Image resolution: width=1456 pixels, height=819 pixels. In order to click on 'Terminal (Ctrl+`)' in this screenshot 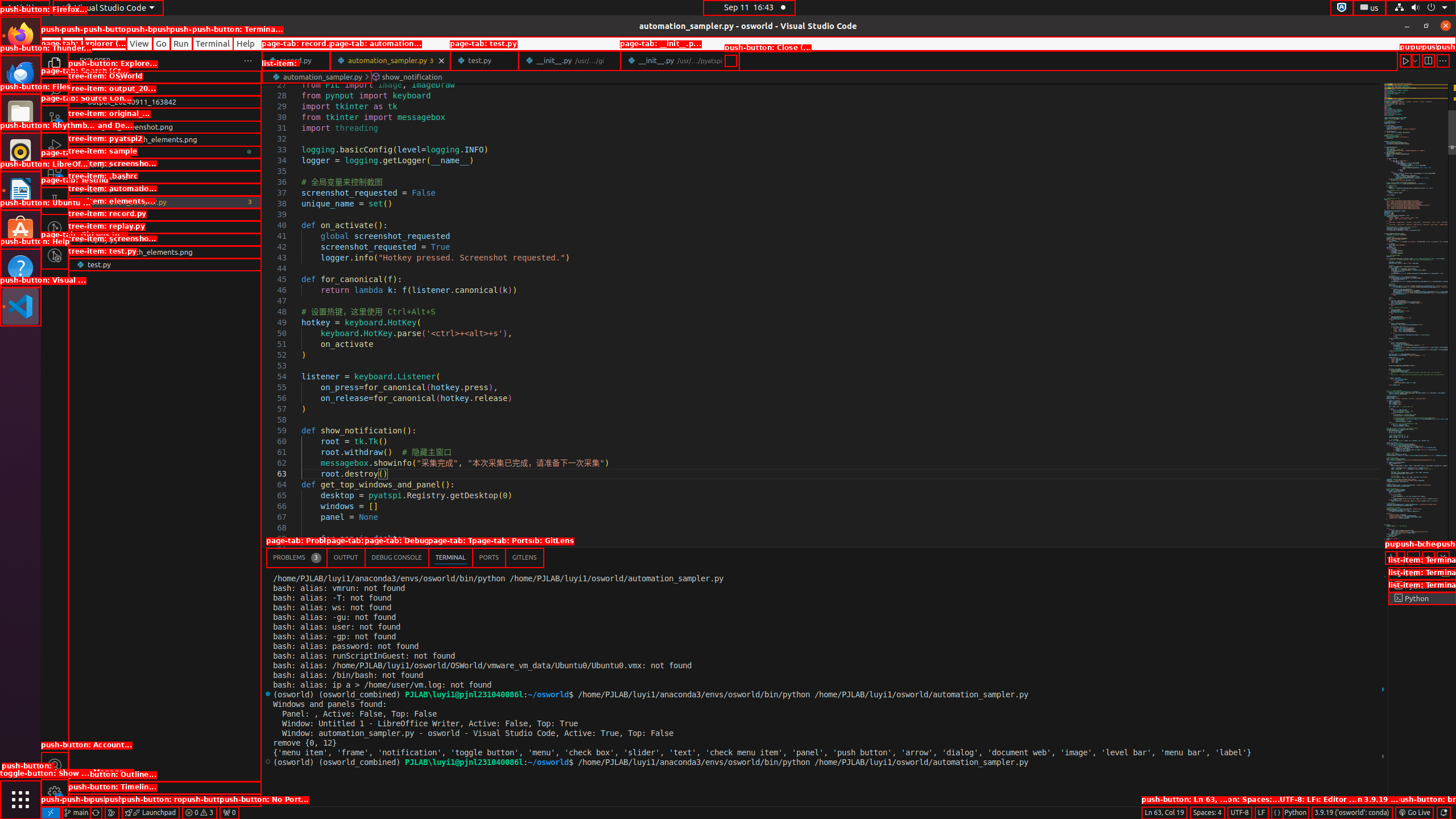, I will do `click(450, 557)`.